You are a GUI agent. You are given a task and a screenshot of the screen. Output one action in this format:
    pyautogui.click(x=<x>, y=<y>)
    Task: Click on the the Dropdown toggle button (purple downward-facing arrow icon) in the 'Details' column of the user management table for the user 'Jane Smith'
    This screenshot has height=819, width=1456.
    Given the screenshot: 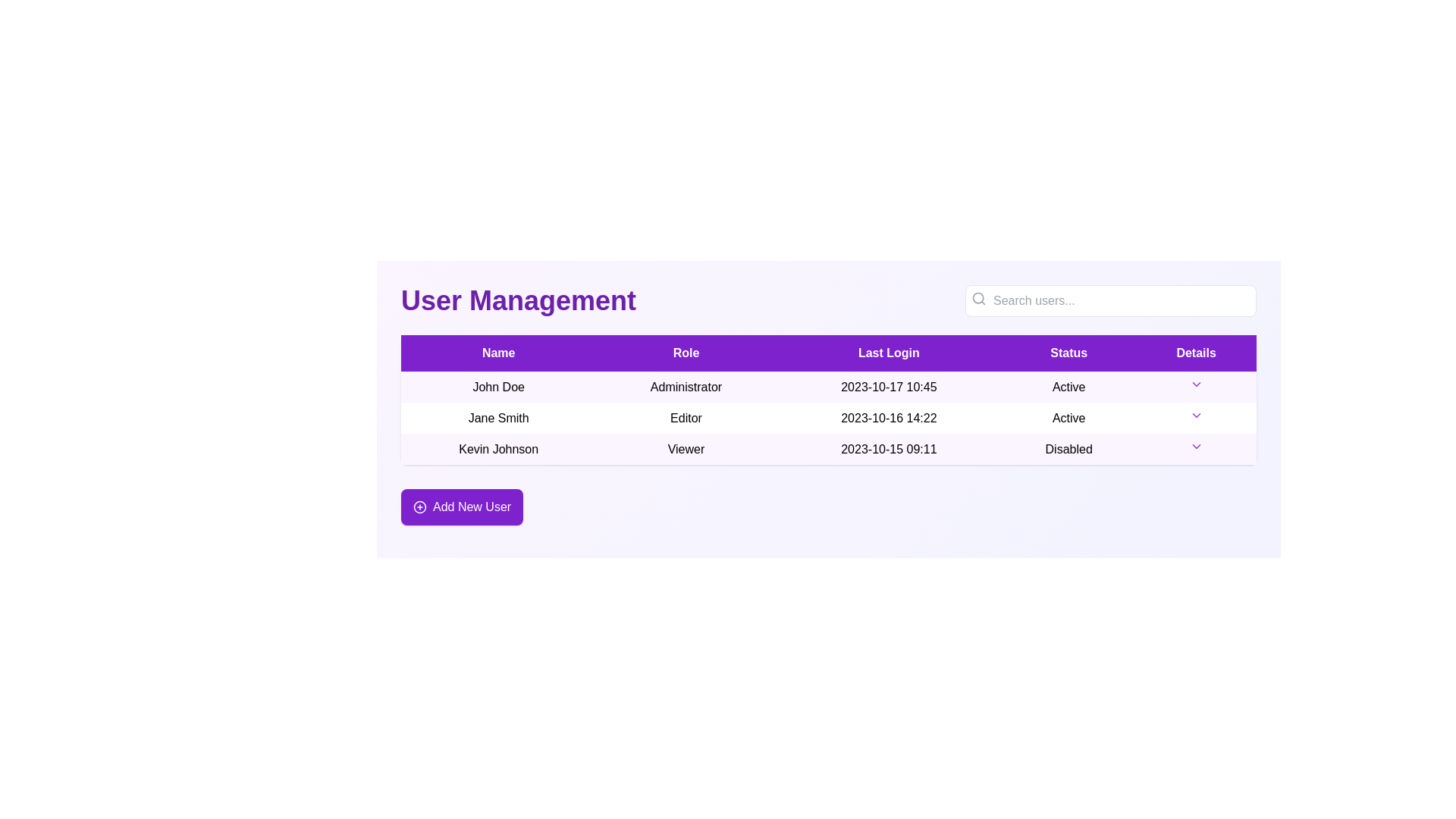 What is the action you would take?
    pyautogui.click(x=1195, y=418)
    